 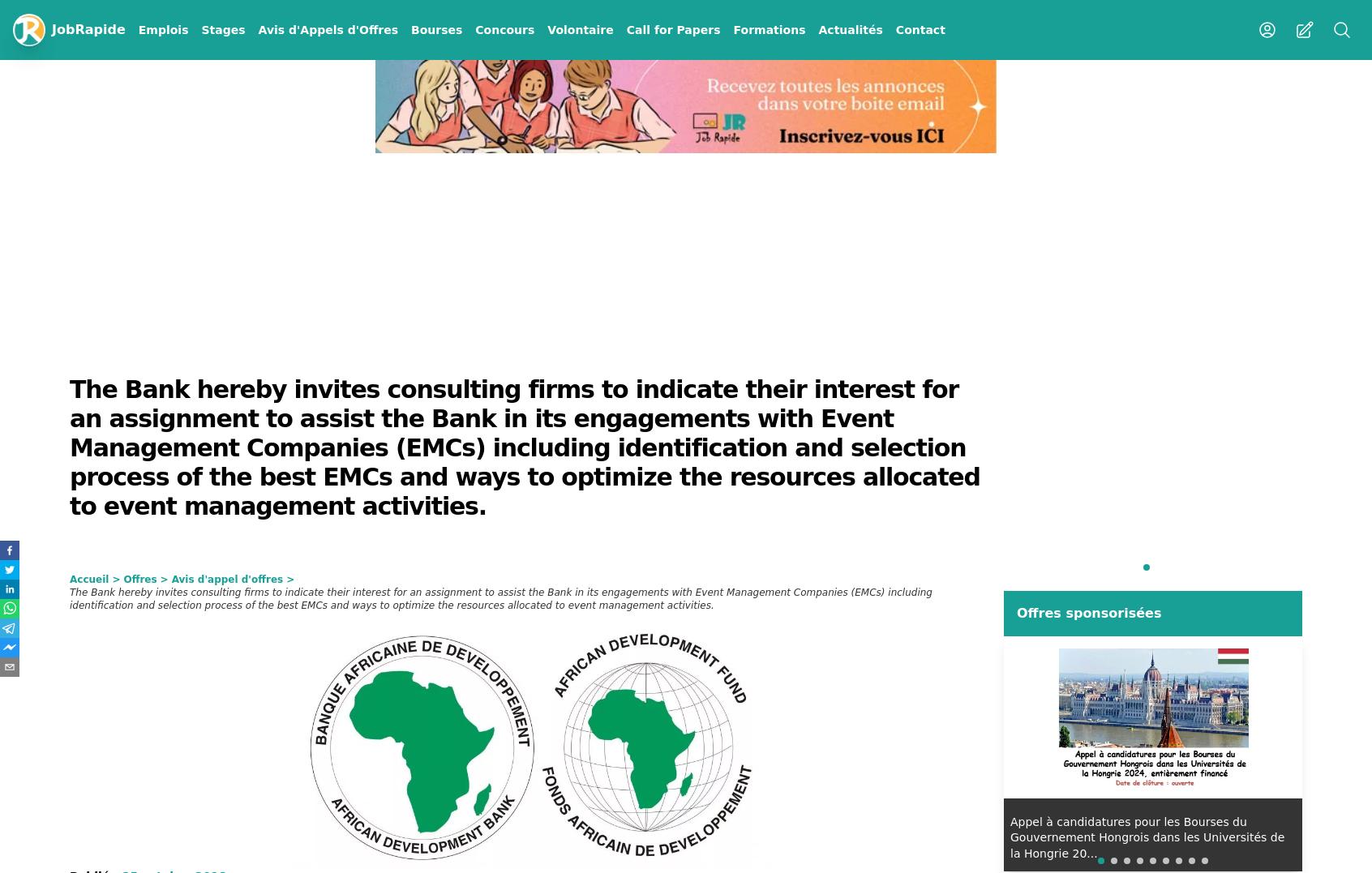 What do you see at coordinates (169, 580) in the screenshot?
I see `'Avis d'appel d'offres'` at bounding box center [169, 580].